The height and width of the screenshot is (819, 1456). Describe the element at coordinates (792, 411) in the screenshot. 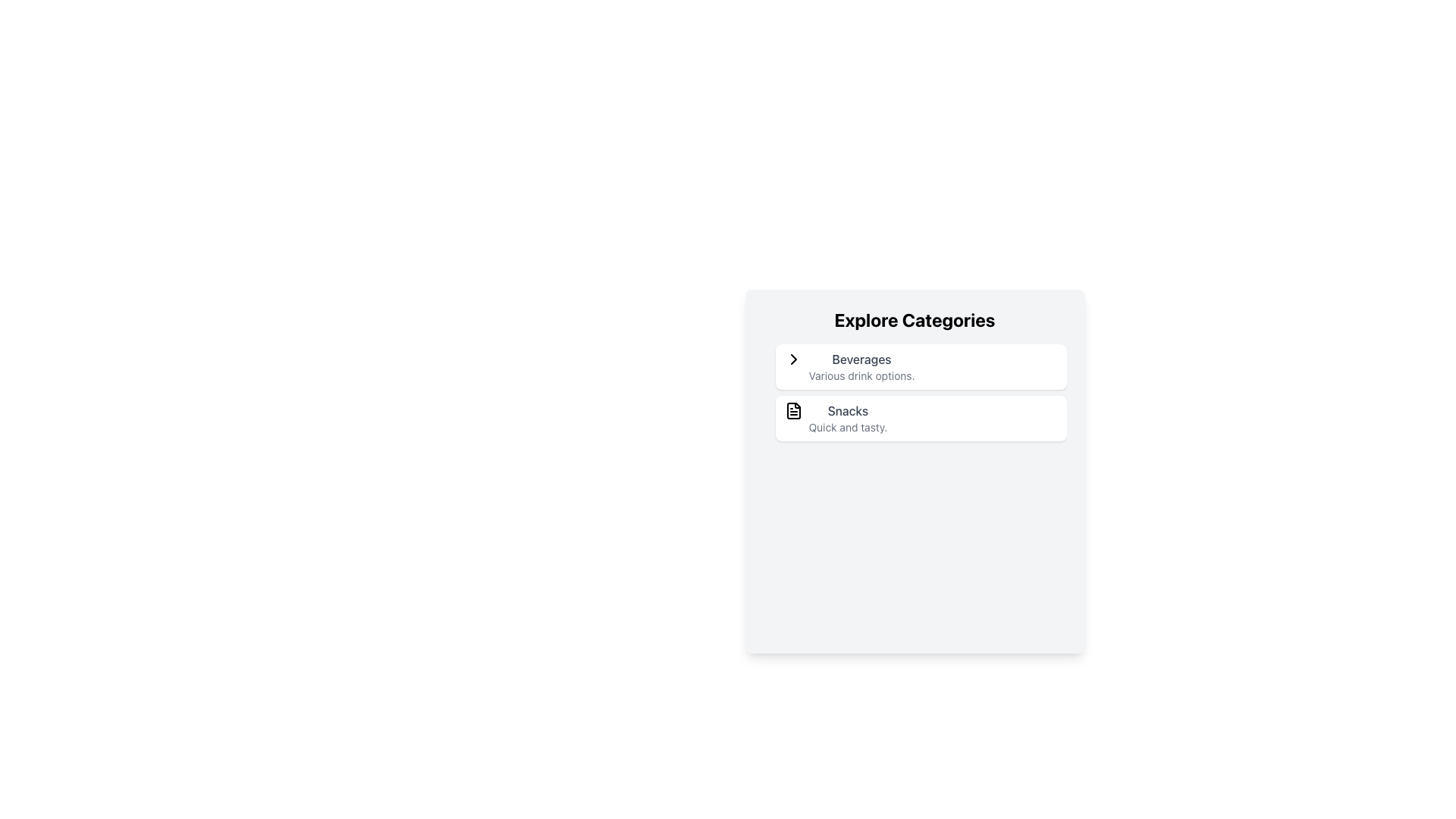

I see `the Snacks category icon in the Explore Categories panel, which serves as a visual cue for this category` at that location.